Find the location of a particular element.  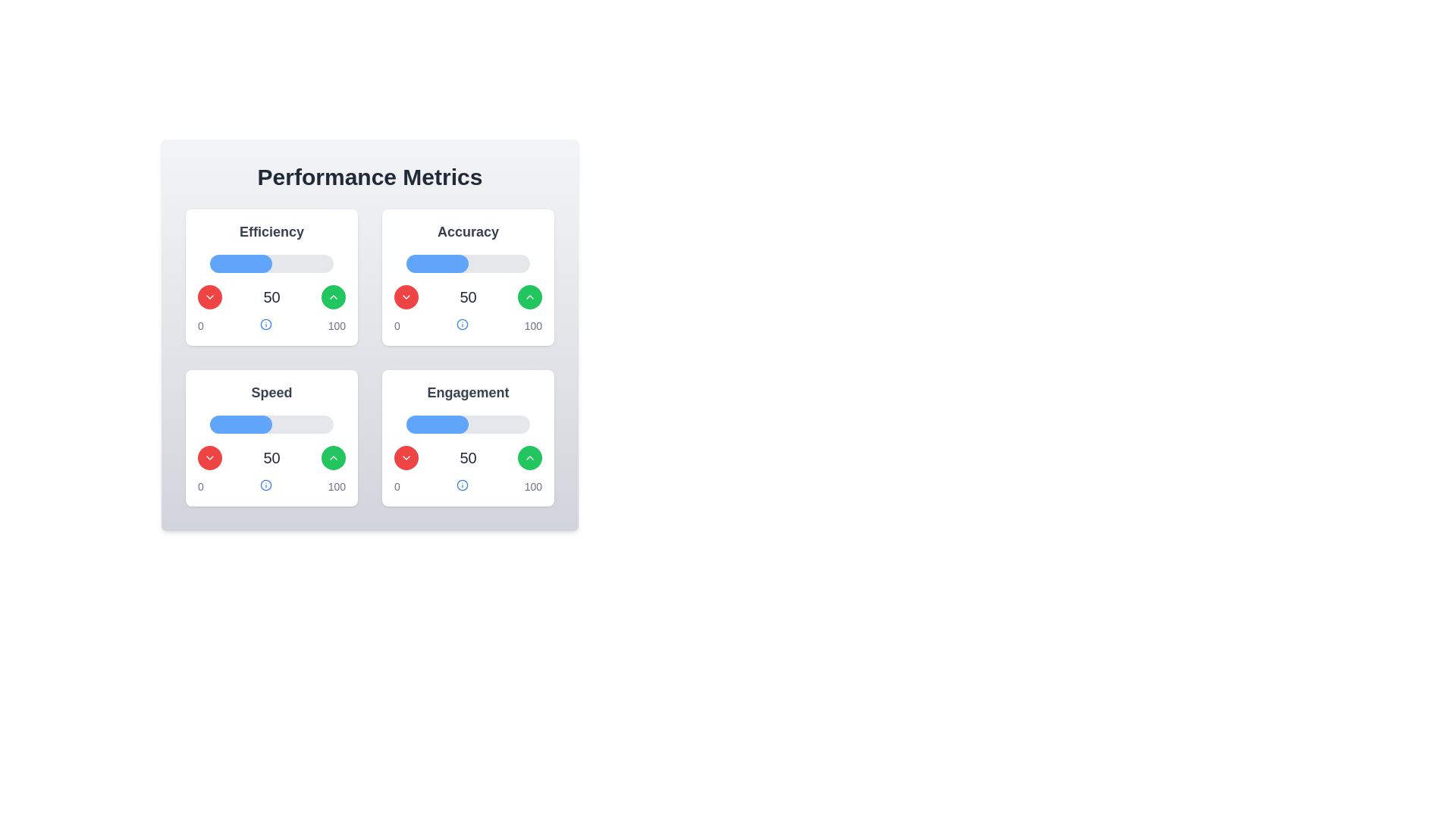

number displayed in the Text label showing '50' within the Efficiency card, which is centered between the red down arrow button and the green up arrow button is located at coordinates (271, 297).